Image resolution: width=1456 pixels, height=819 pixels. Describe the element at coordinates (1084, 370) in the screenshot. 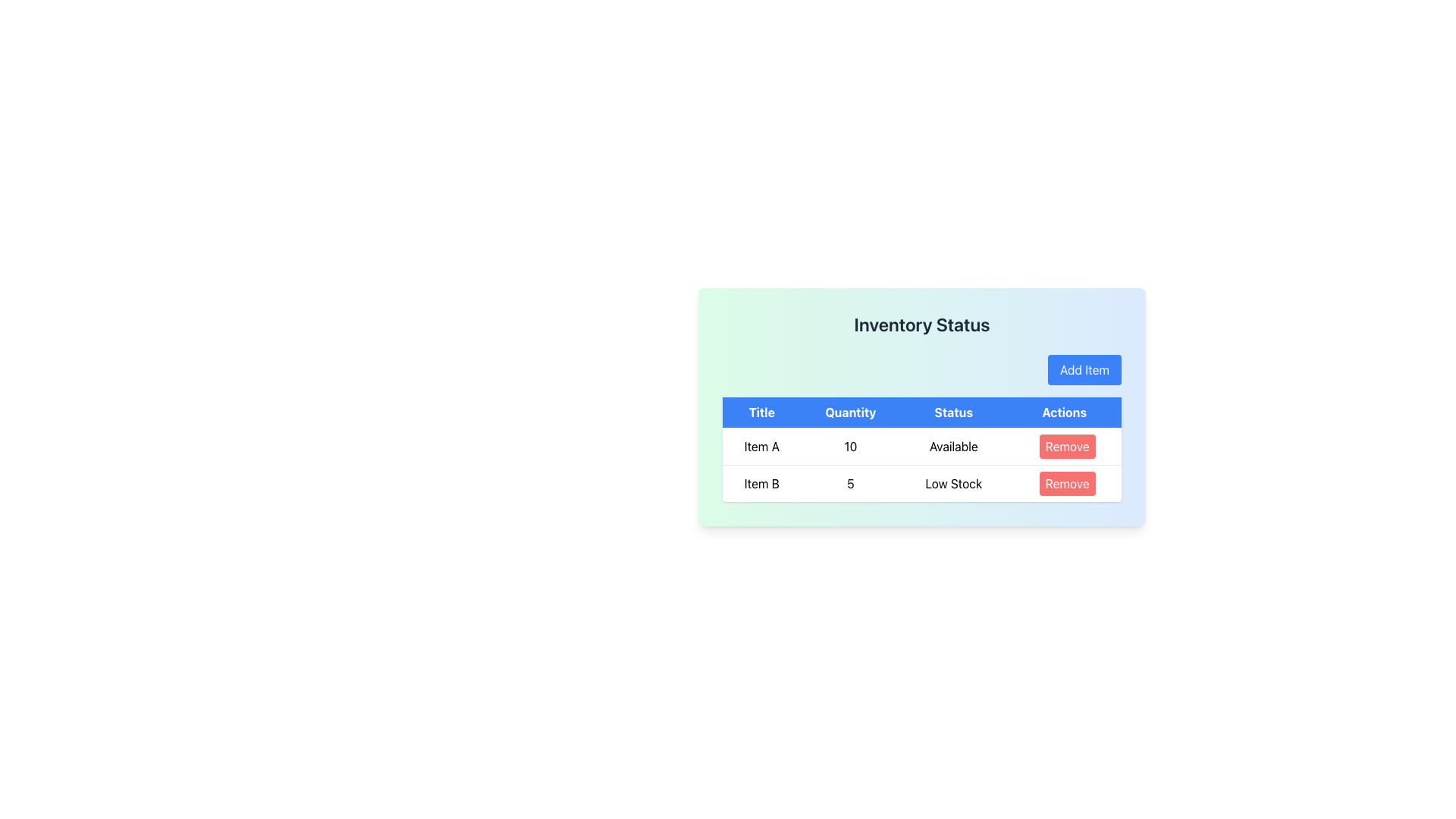

I see `the button located in the top-right corner of the 'Inventory Status' table` at that location.